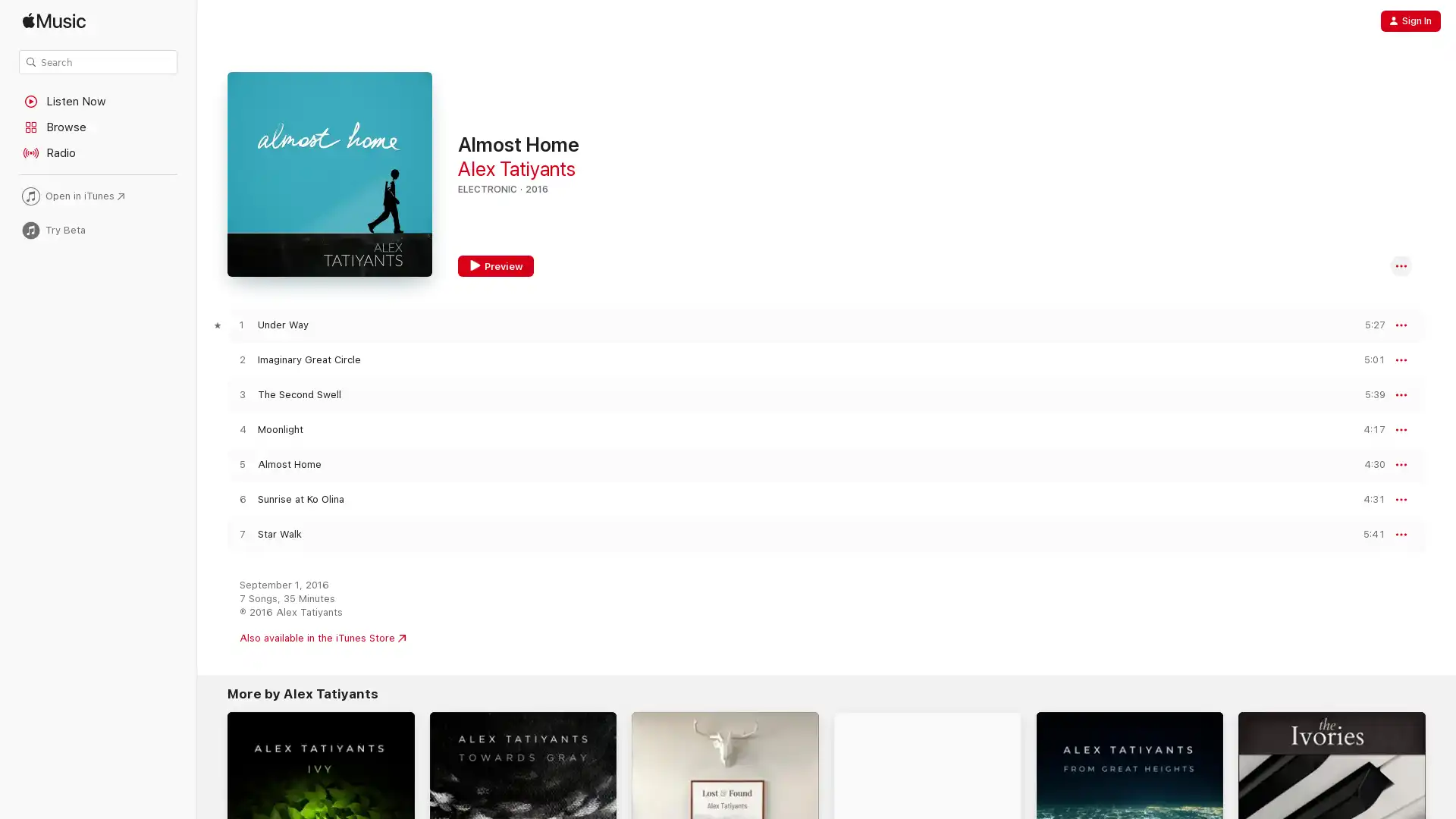  I want to click on Preview, so click(1368, 429).